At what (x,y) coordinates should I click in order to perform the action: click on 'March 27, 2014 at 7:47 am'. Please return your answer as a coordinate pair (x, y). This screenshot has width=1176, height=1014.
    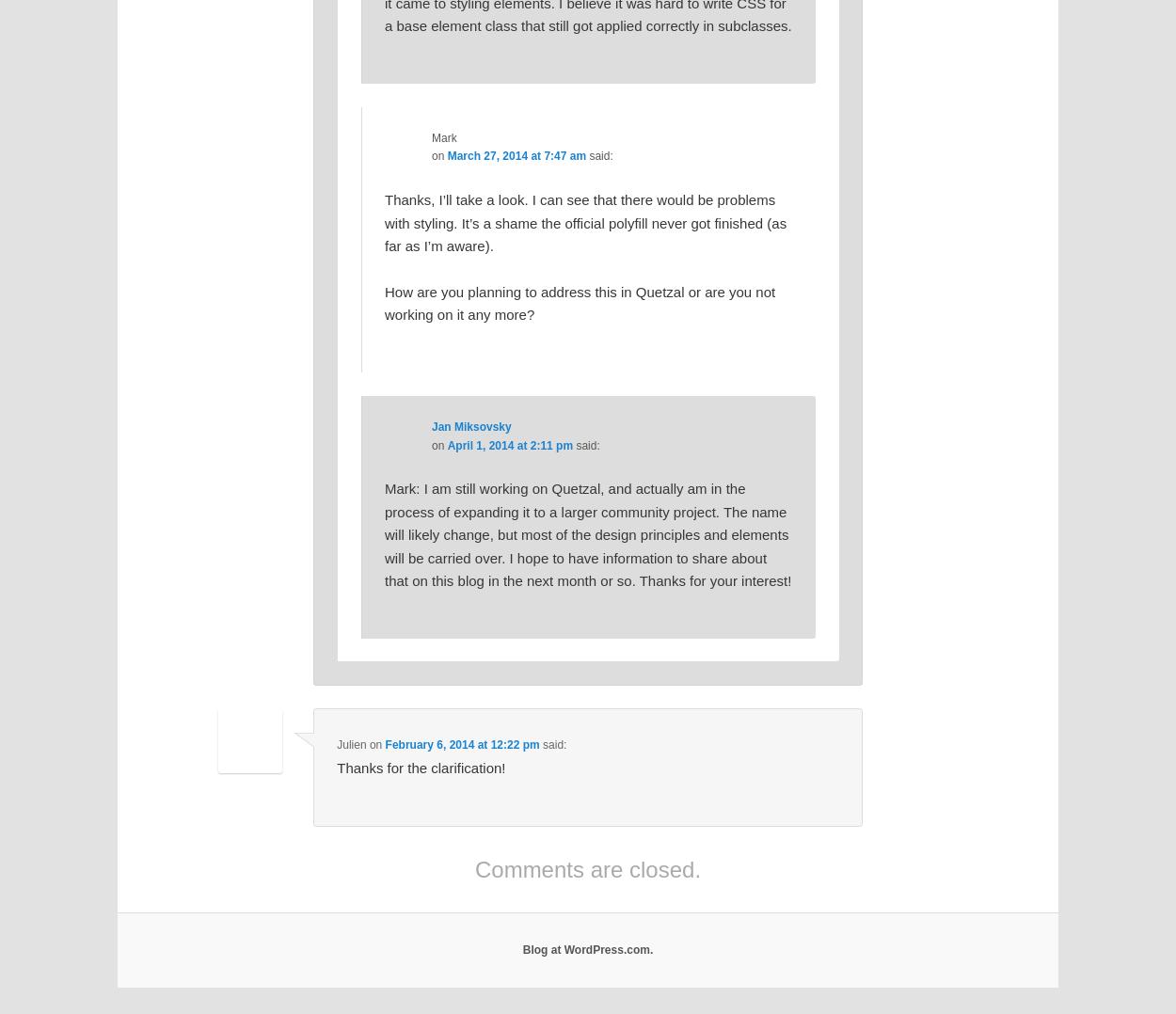
    Looking at the image, I should click on (516, 155).